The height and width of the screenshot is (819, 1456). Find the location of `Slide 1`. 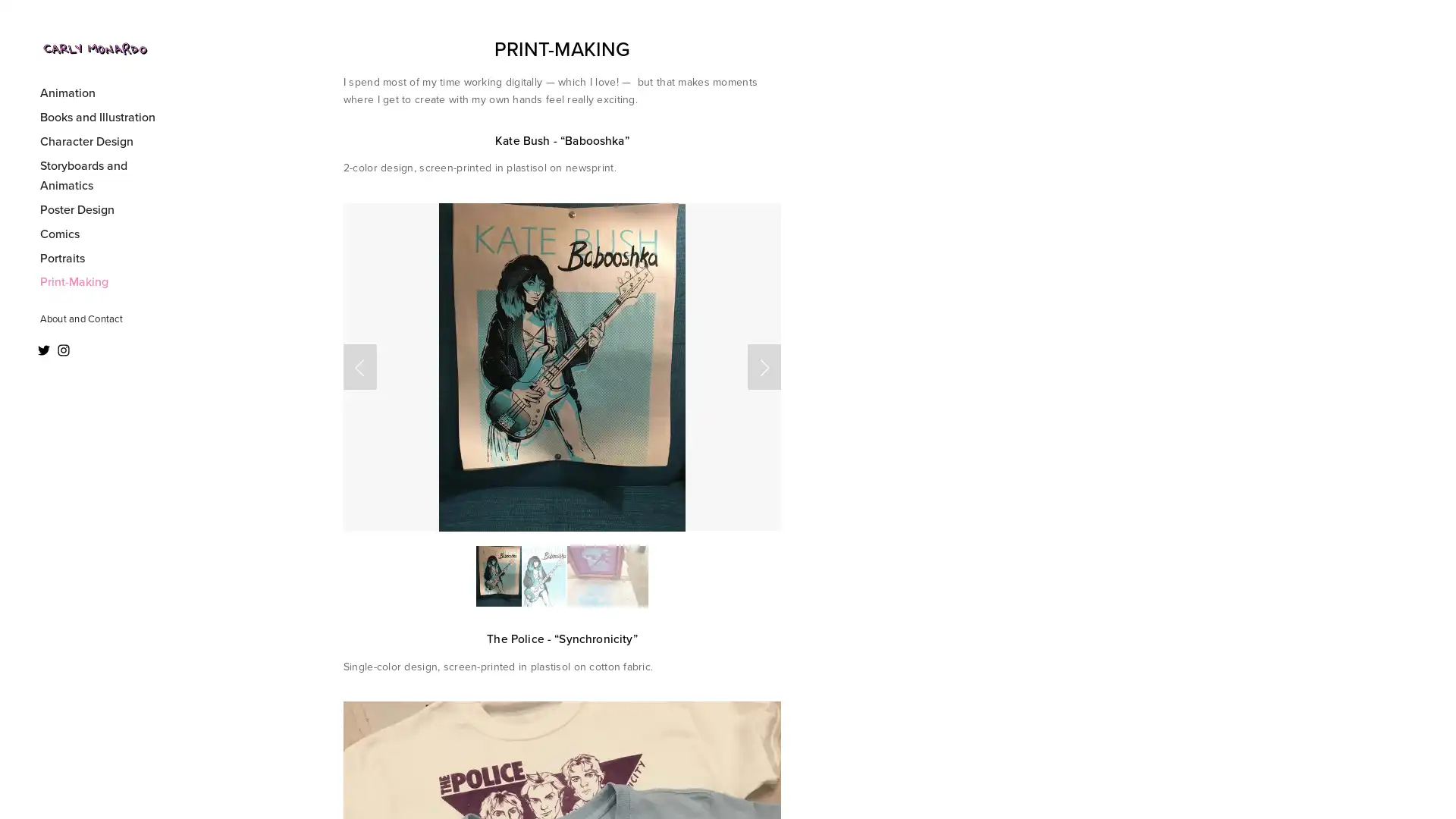

Slide 1 is located at coordinates (498, 576).